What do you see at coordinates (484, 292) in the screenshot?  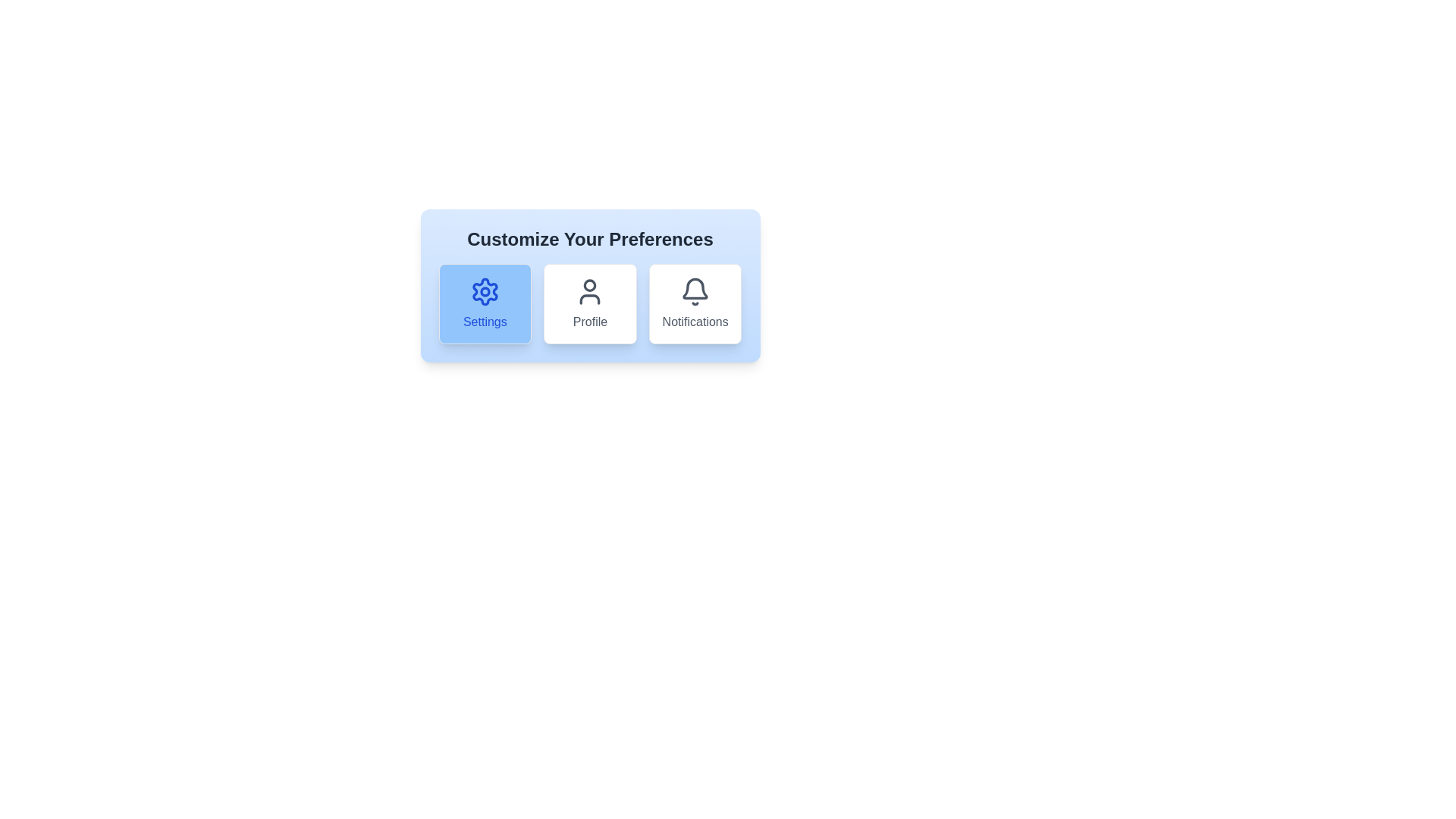 I see `the gear icon representing the 'Settings' option, which is centrally positioned in the leftmost card of a three-card layout` at bounding box center [484, 292].